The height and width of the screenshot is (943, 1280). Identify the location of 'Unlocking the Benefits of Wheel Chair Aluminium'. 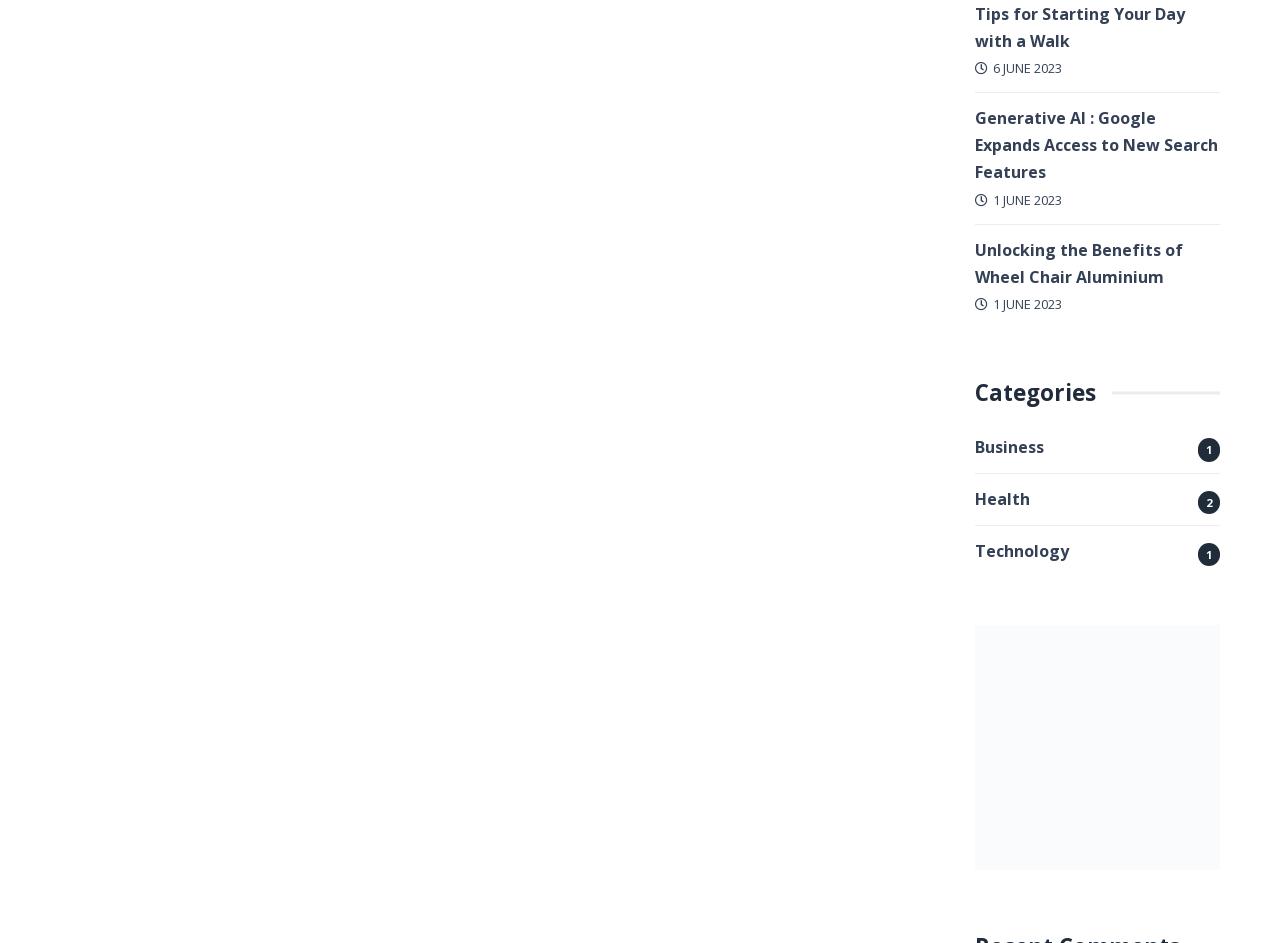
(1078, 262).